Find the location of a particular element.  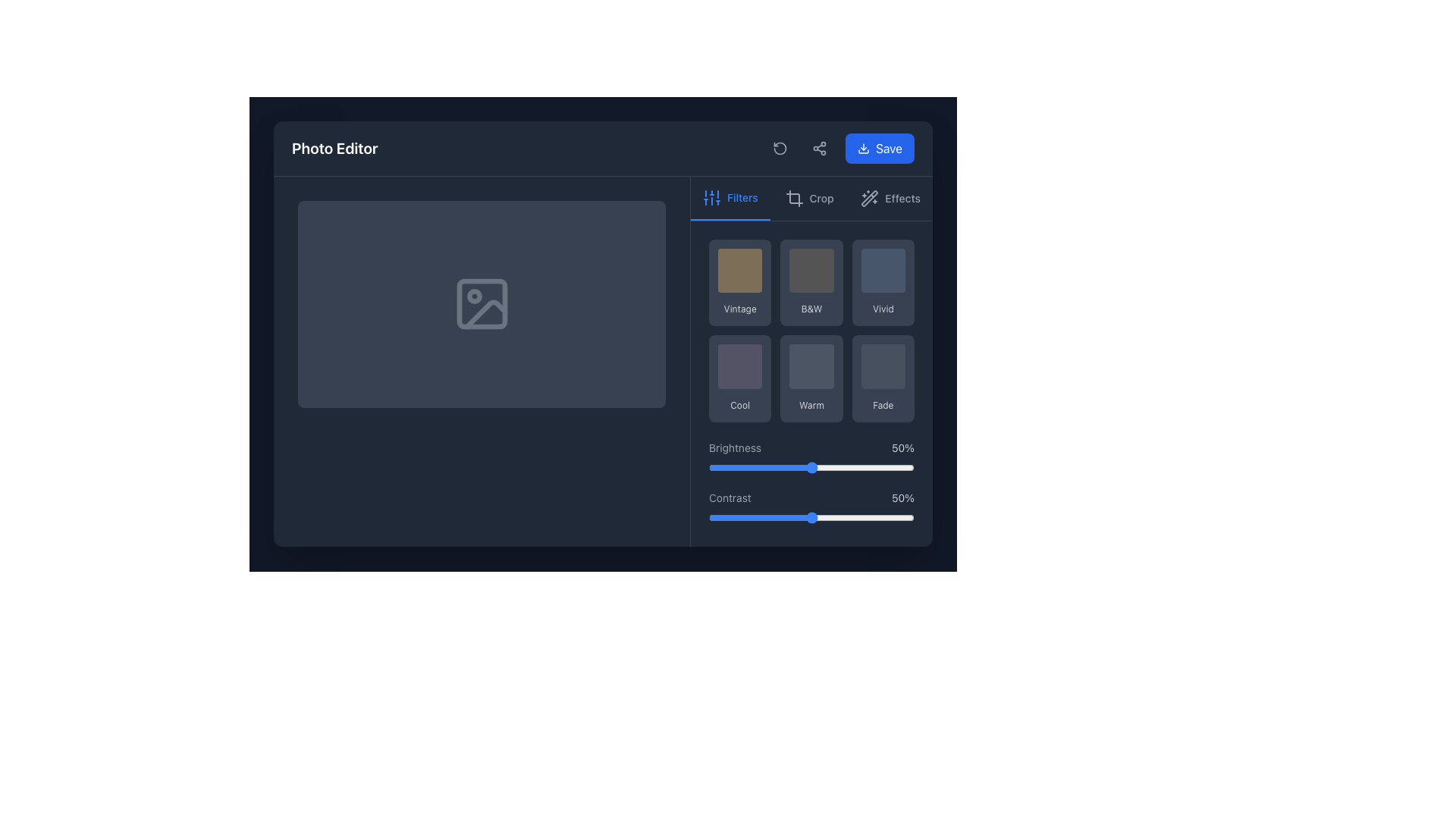

the picture frame icon with rounded corners that has a circular element inside and a zigzag line at the bottom right, styled in gray color is located at coordinates (481, 304).